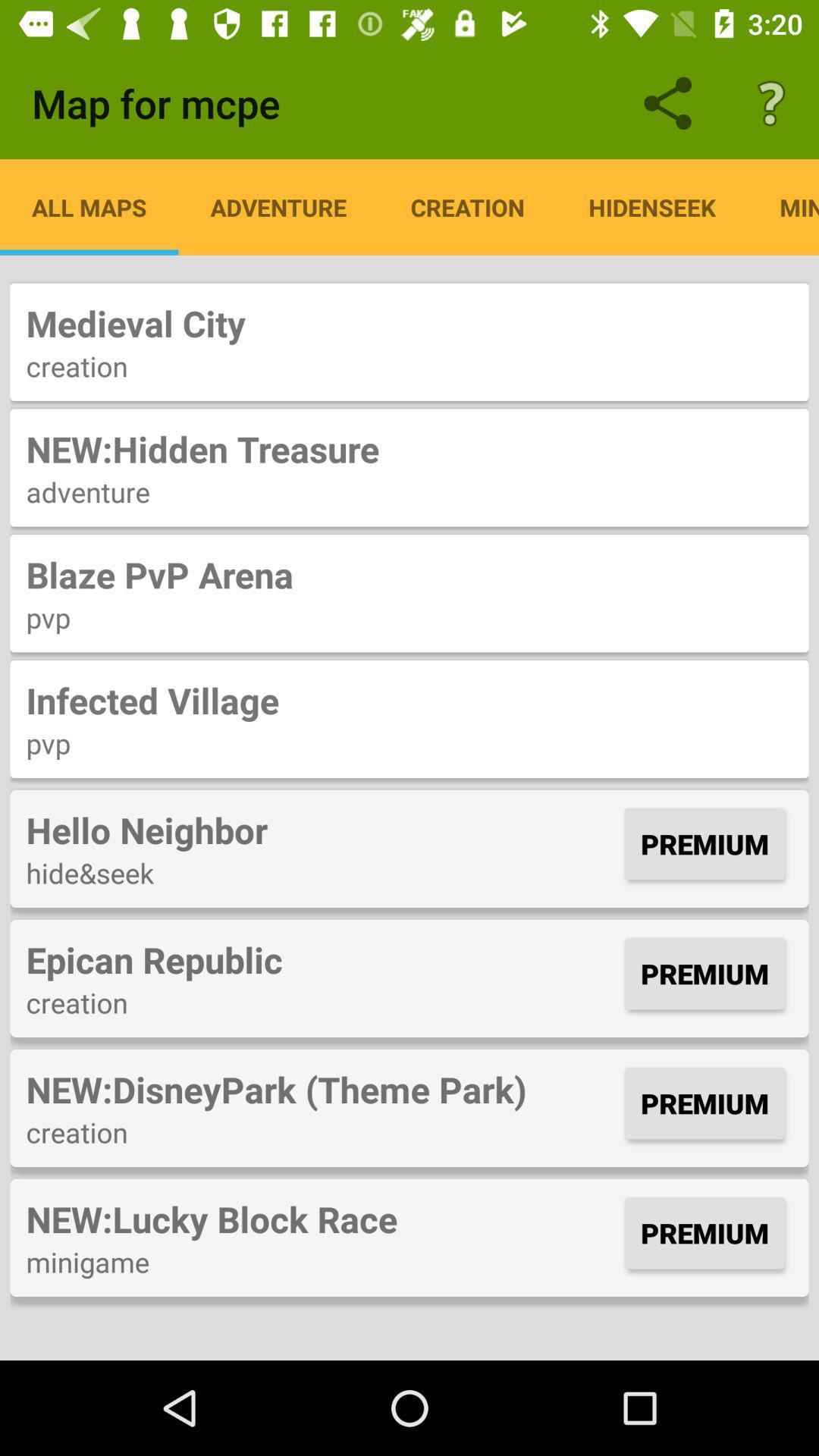 The image size is (819, 1456). Describe the element at coordinates (651, 206) in the screenshot. I see `the hidenseek icon` at that location.